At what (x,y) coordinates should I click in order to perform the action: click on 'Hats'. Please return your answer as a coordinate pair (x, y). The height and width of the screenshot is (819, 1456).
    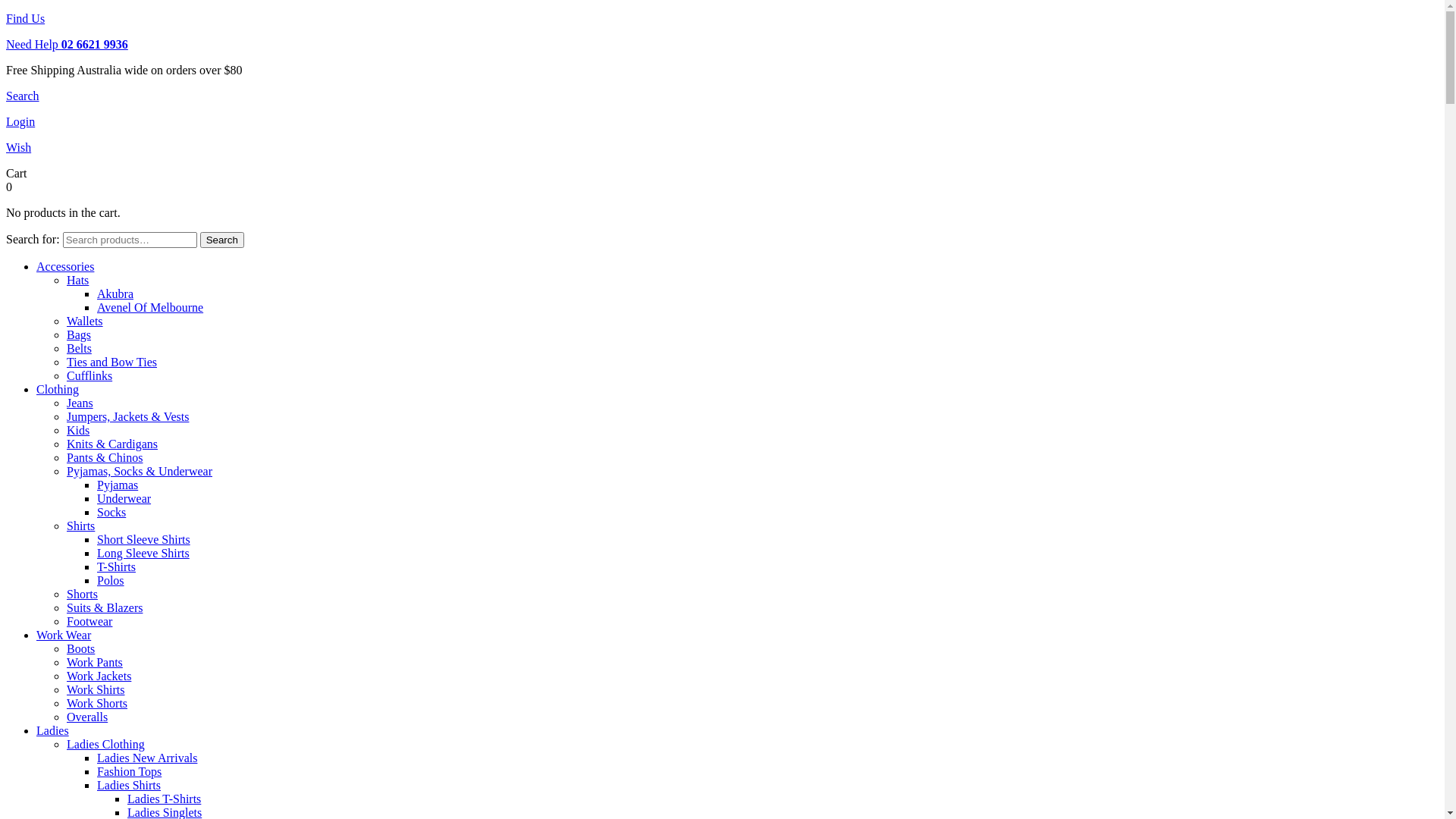
    Looking at the image, I should click on (77, 280).